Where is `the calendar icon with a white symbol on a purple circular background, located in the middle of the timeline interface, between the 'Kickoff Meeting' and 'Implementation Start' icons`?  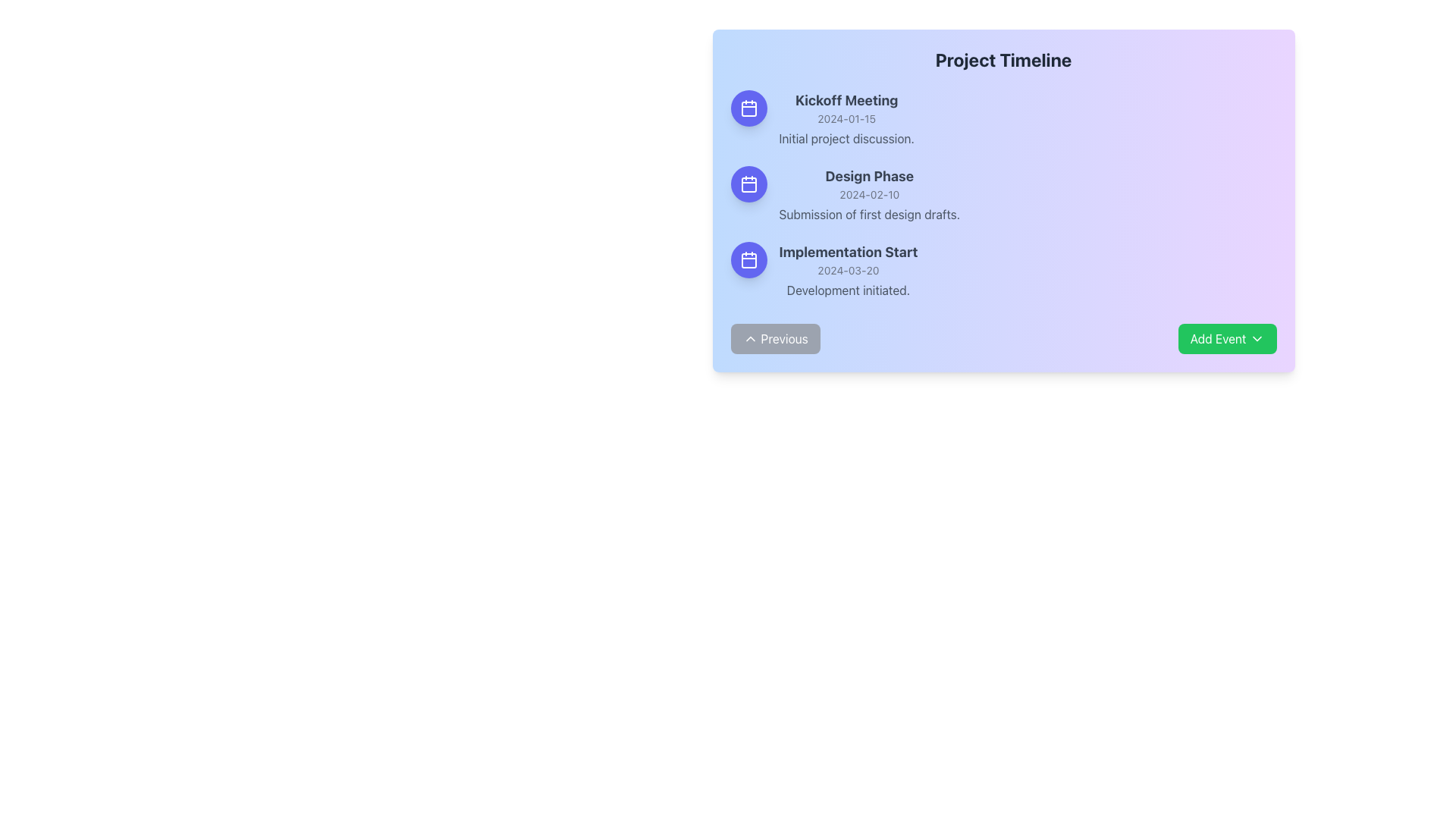 the calendar icon with a white symbol on a purple circular background, located in the middle of the timeline interface, between the 'Kickoff Meeting' and 'Implementation Start' icons is located at coordinates (748, 184).